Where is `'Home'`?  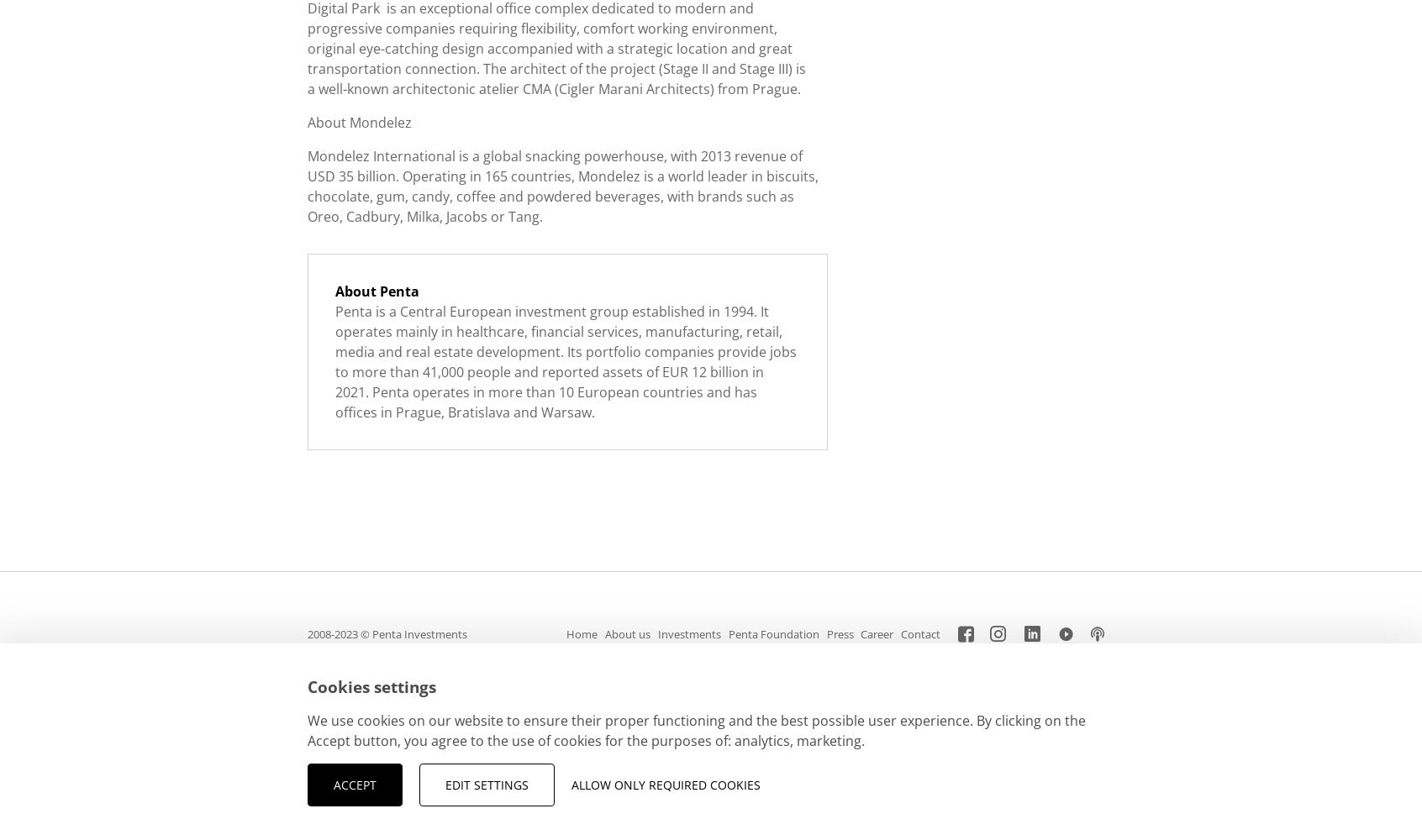 'Home' is located at coordinates (581, 634).